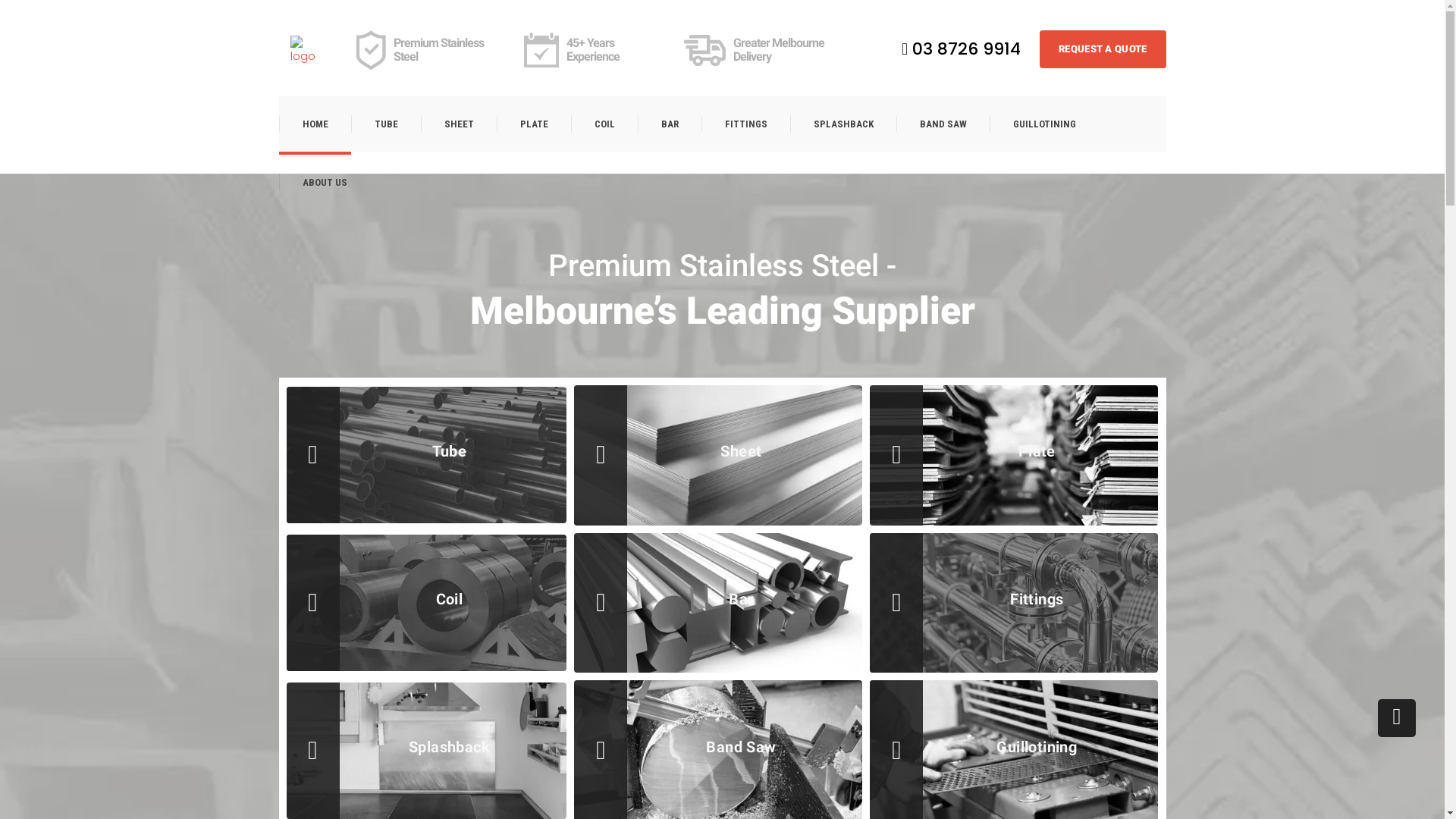  What do you see at coordinates (1378, 717) in the screenshot?
I see `'Go to top'` at bounding box center [1378, 717].